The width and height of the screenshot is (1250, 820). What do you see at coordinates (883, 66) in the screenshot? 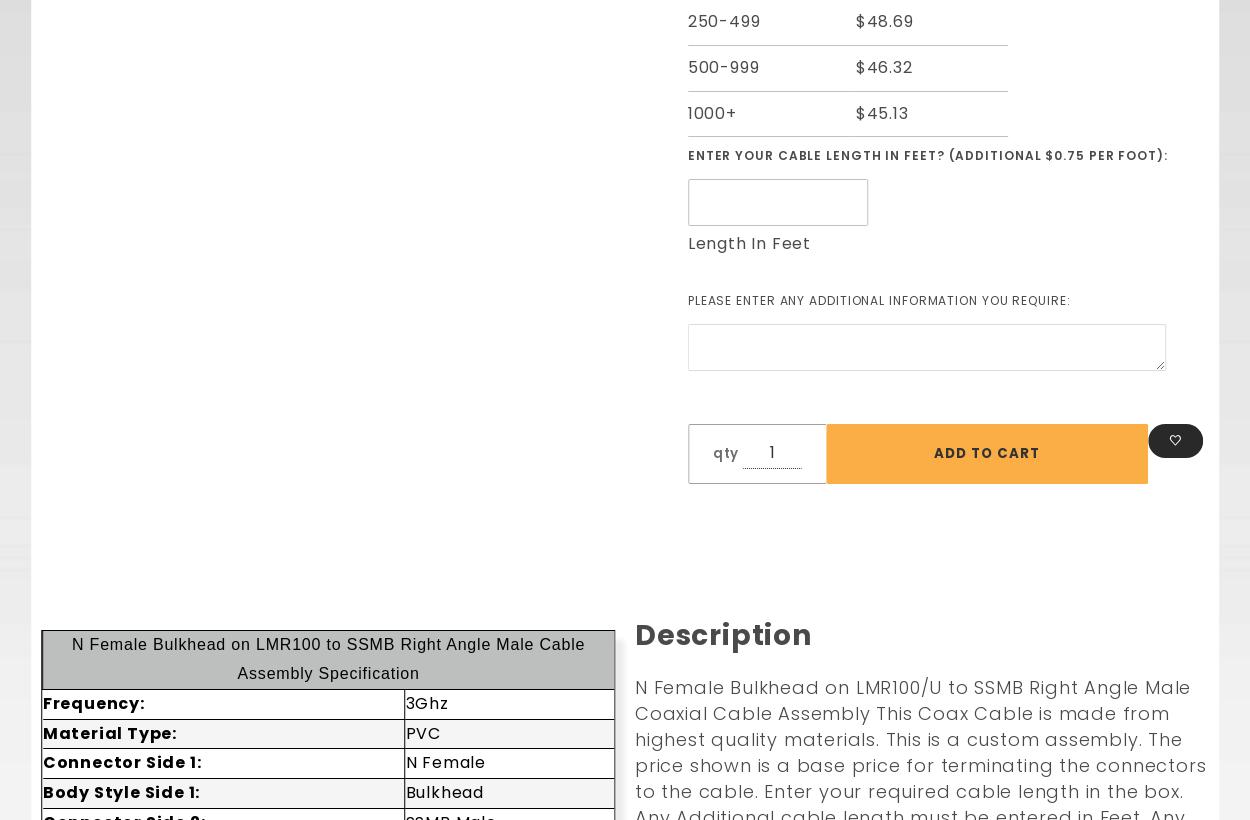
I see `'$46.32'` at bounding box center [883, 66].